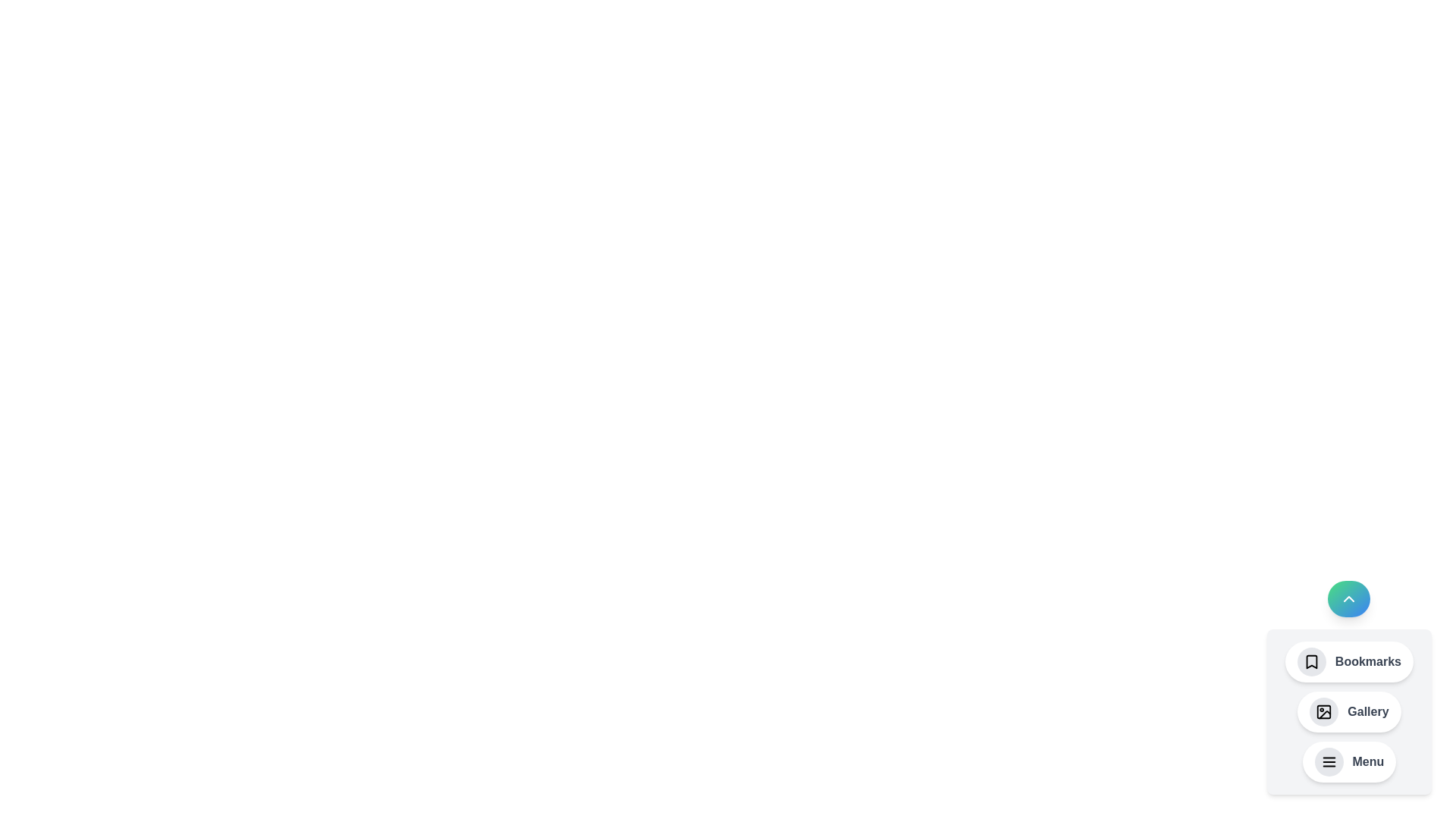 This screenshot has width=1456, height=819. What do you see at coordinates (1349, 661) in the screenshot?
I see `the 'Bookmarks' option to view bookmarks` at bounding box center [1349, 661].